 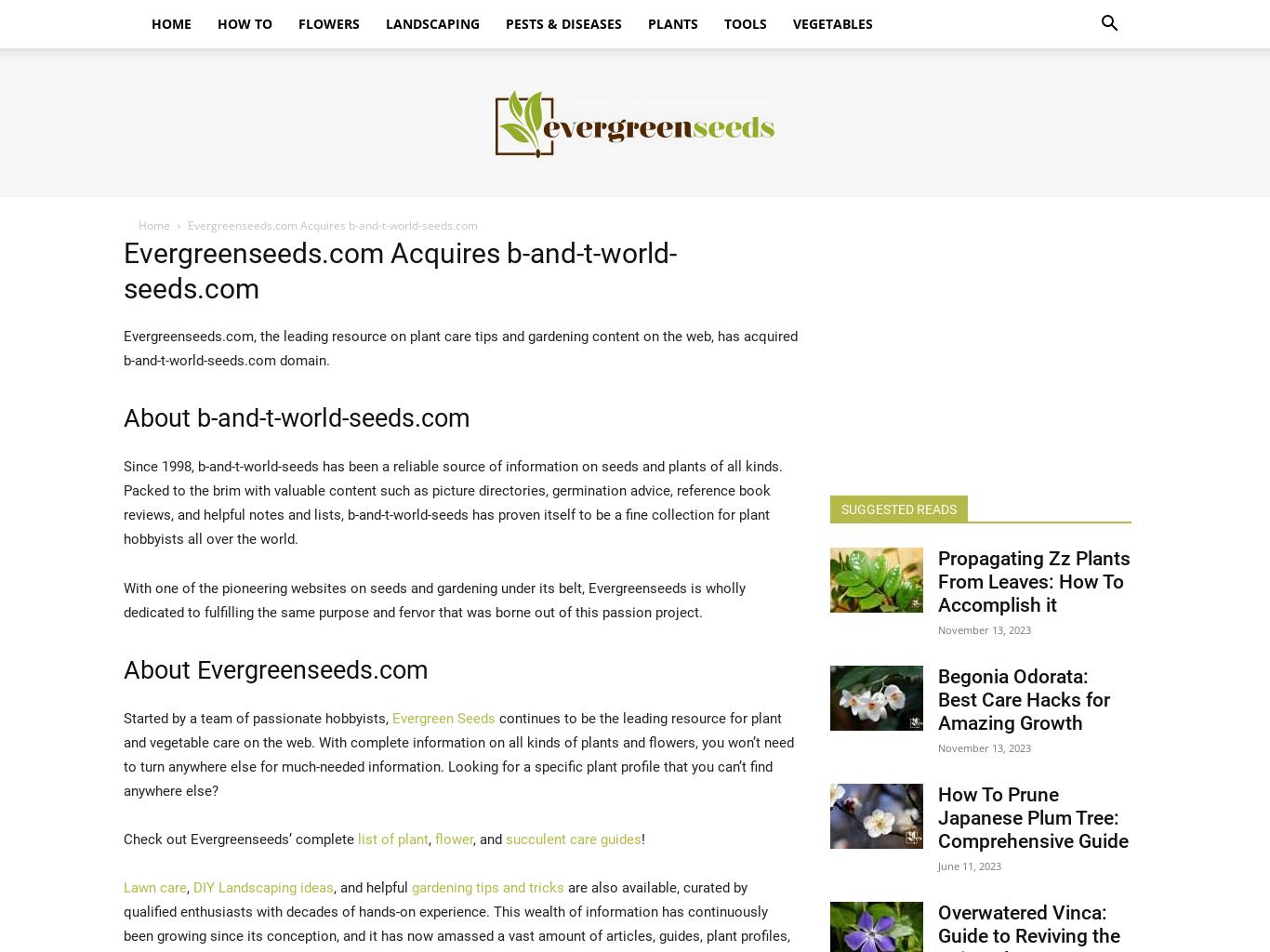 What do you see at coordinates (390, 838) in the screenshot?
I see `'list of plant'` at bounding box center [390, 838].